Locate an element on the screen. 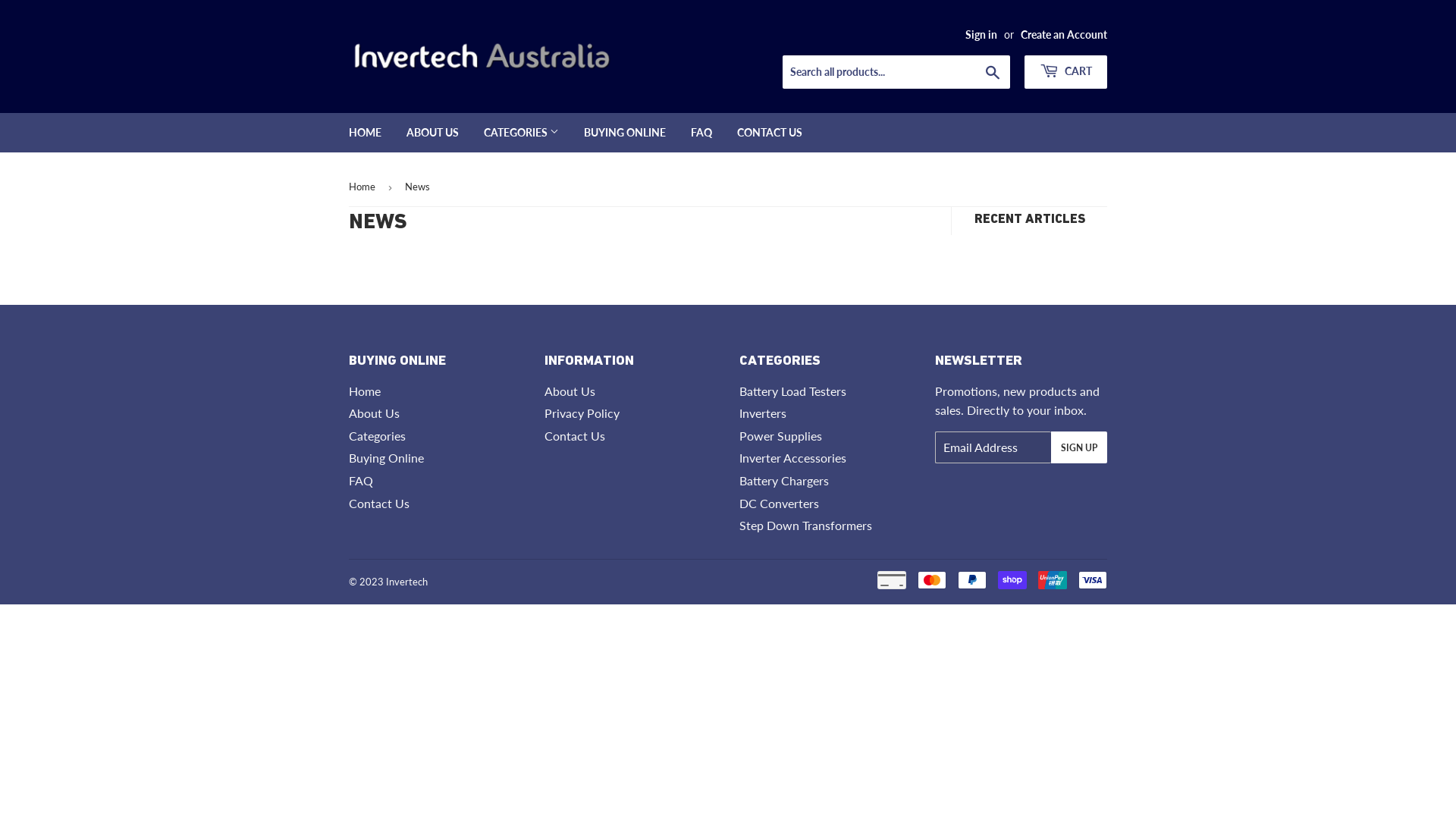  'Categories' is located at coordinates (377, 435).